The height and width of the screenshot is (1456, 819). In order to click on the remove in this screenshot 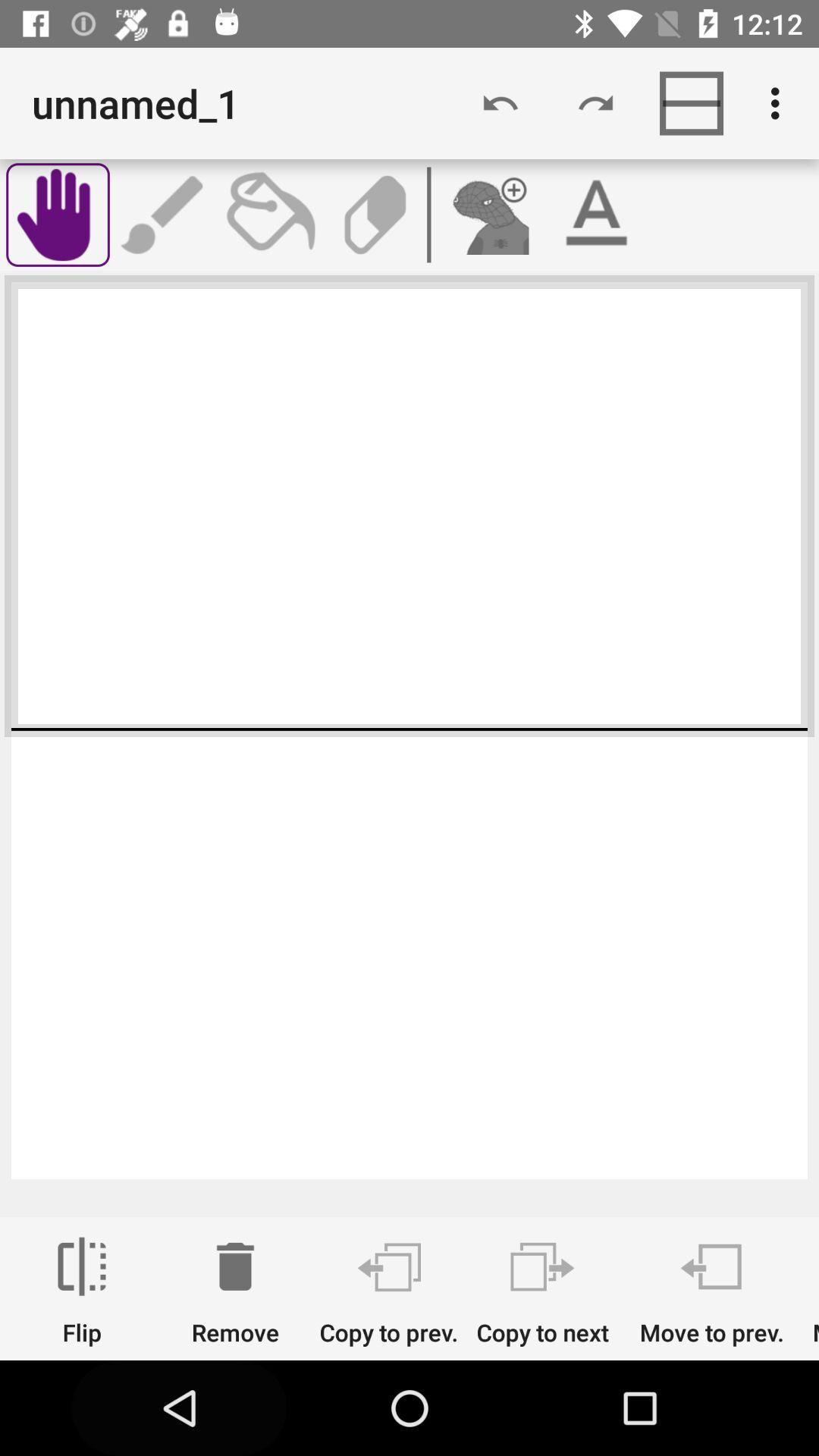, I will do `click(235, 1291)`.